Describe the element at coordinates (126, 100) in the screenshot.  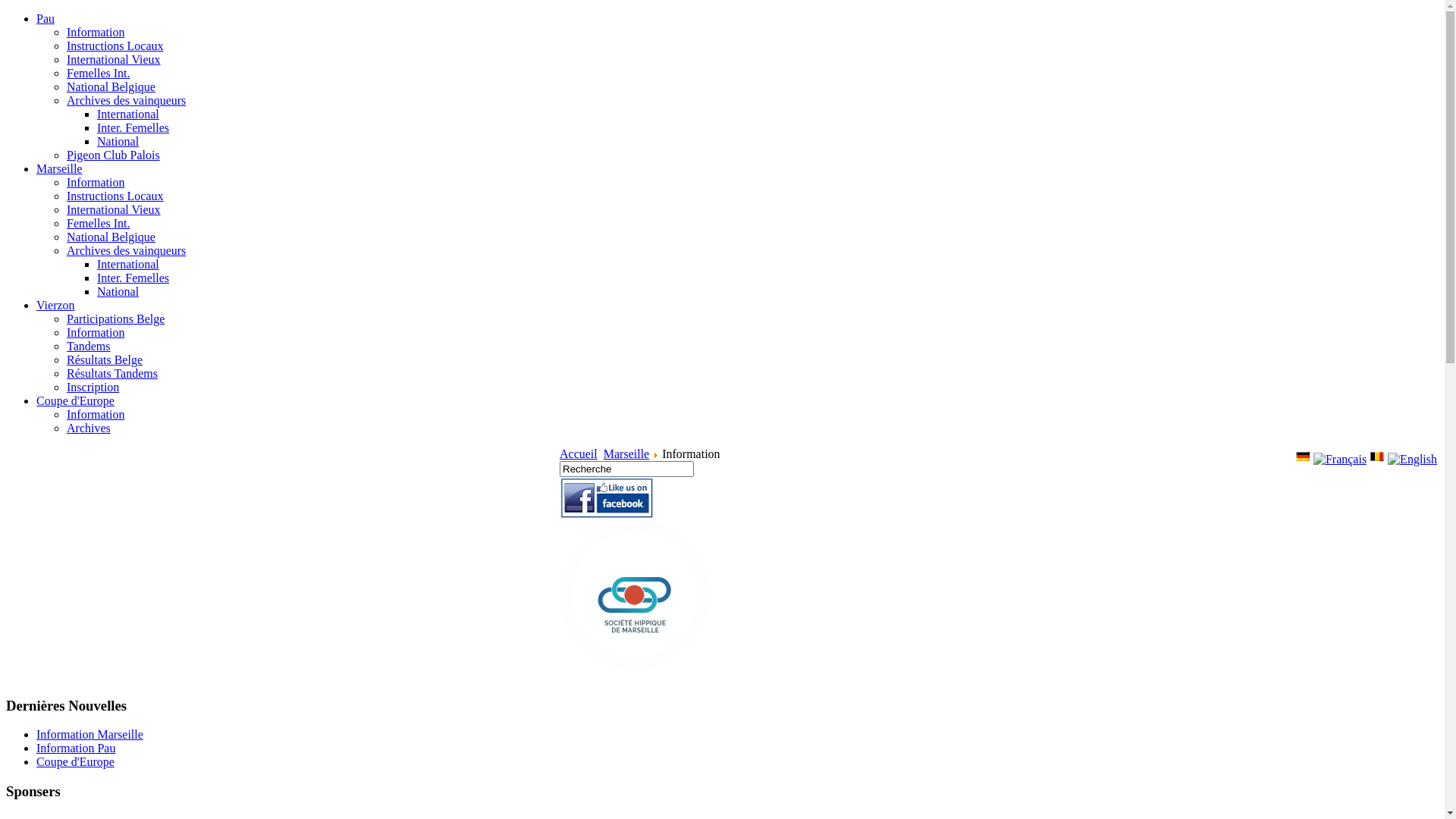
I see `'Archives des vainqueurs'` at that location.